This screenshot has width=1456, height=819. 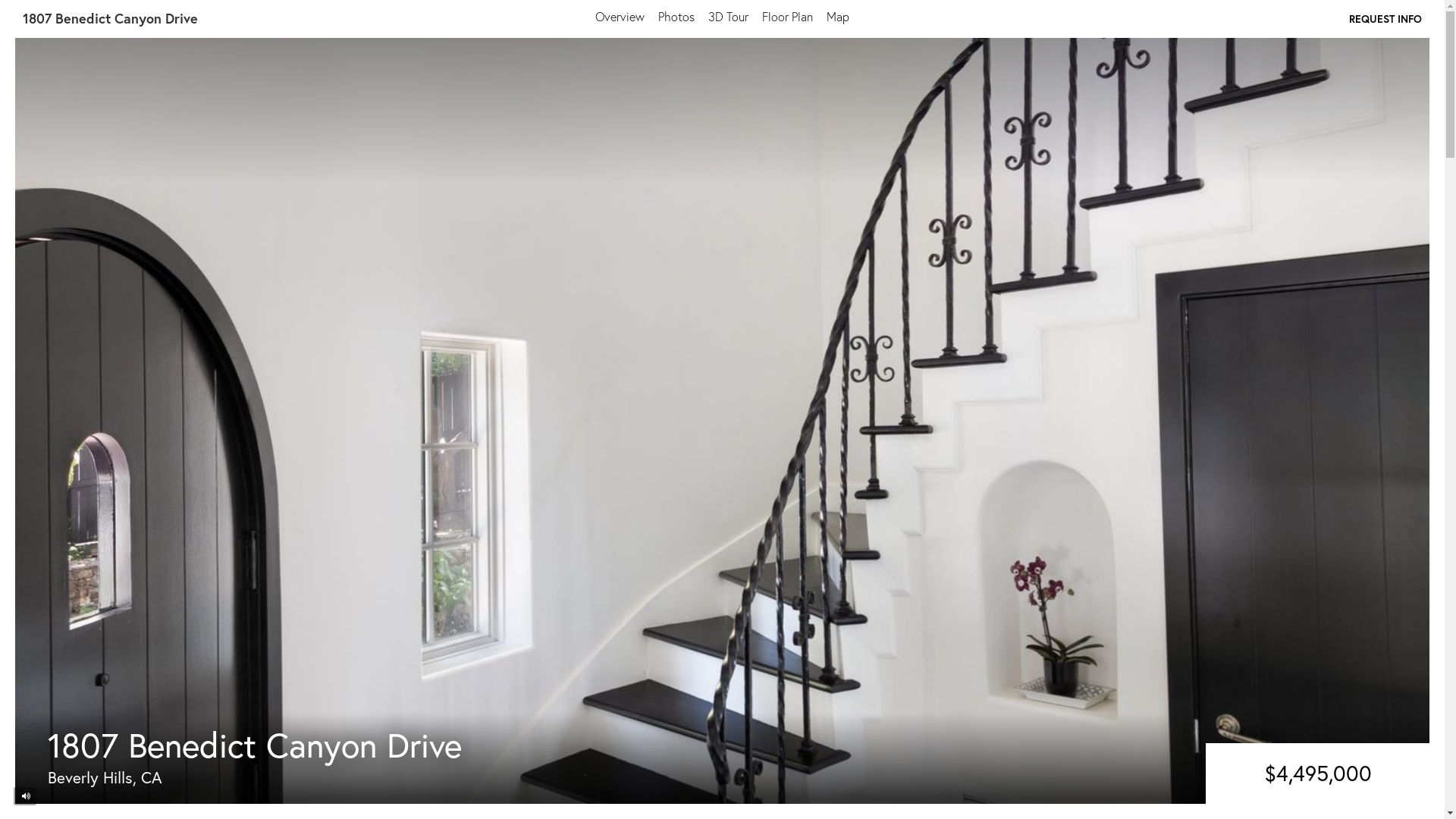 I want to click on 'Photos', so click(x=658, y=16).